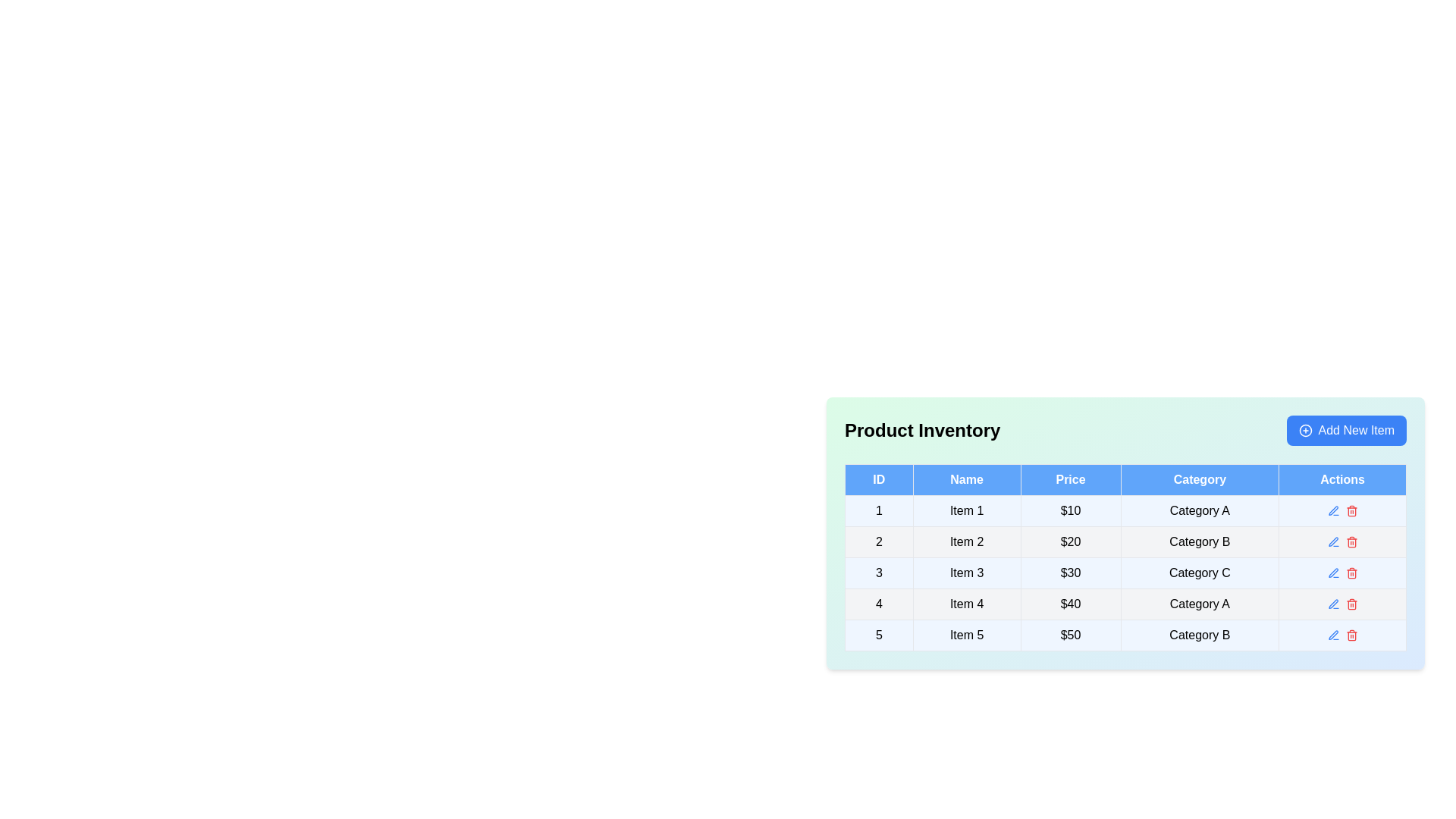 Image resolution: width=1456 pixels, height=819 pixels. Describe the element at coordinates (878, 541) in the screenshot. I see `the row containing the textual identifier in the second row and first column of the 'Product Inventory' table` at that location.